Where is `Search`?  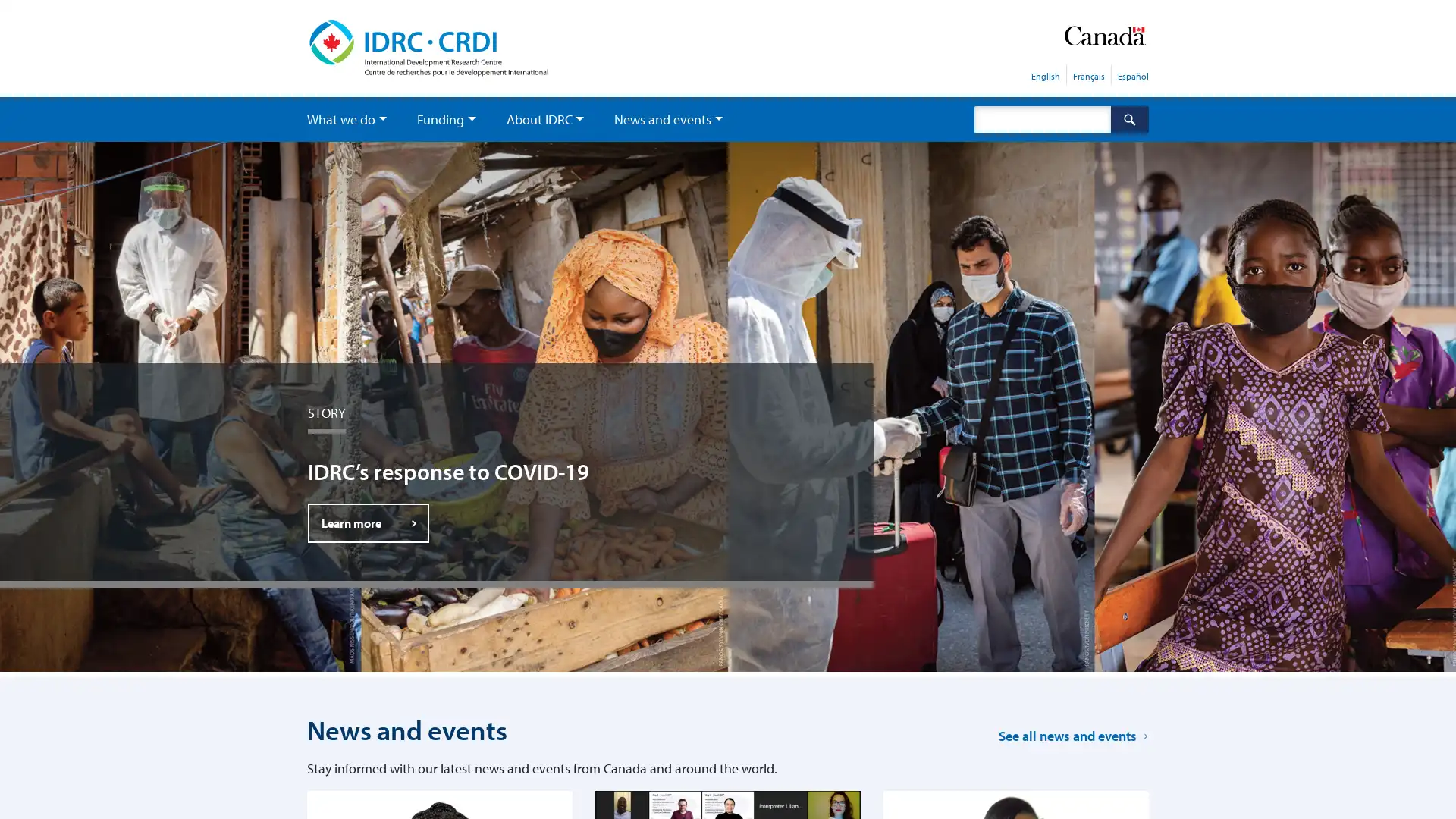 Search is located at coordinates (1129, 118).